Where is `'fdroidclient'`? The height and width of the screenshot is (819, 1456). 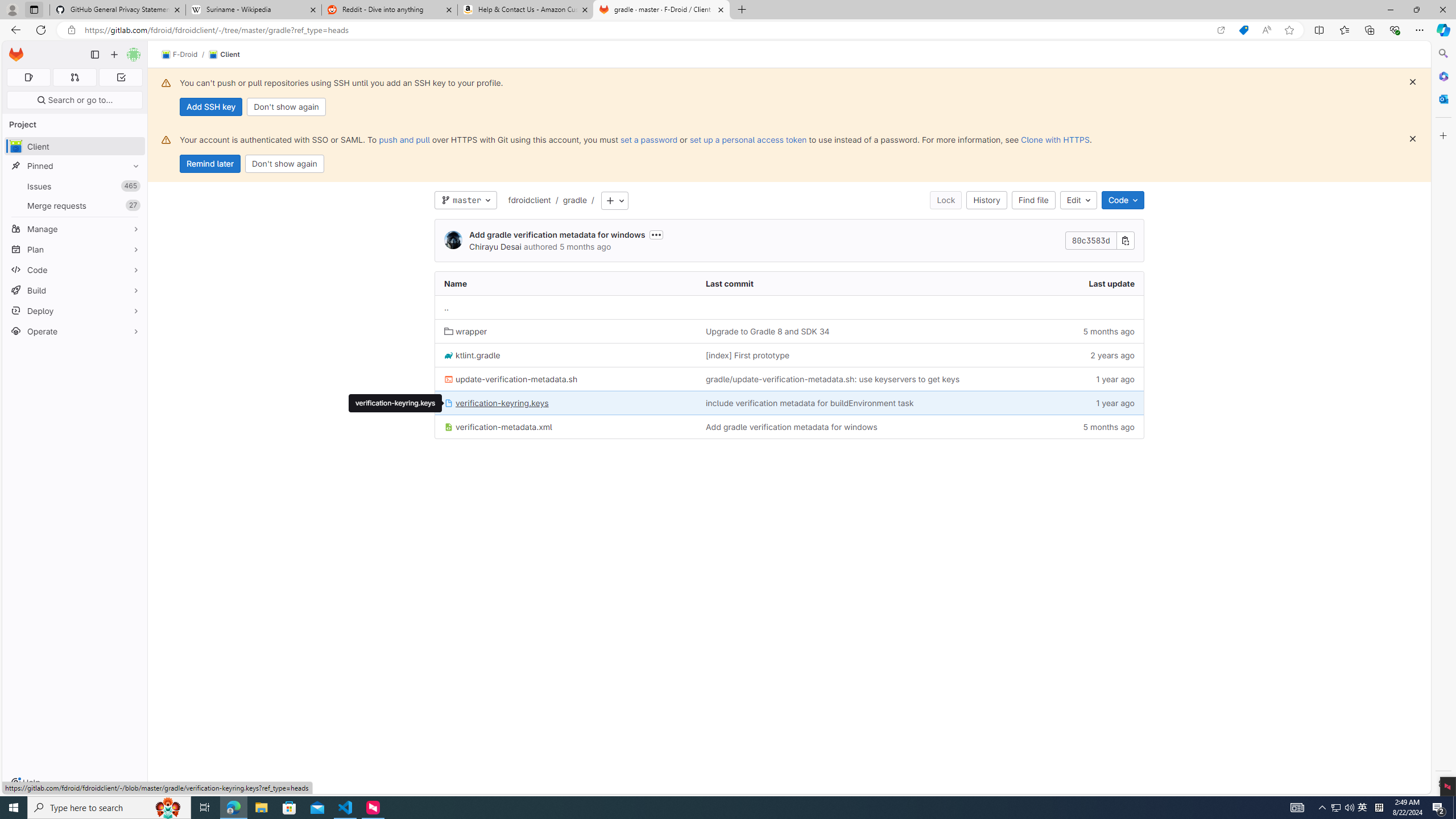
'fdroidclient' is located at coordinates (529, 200).